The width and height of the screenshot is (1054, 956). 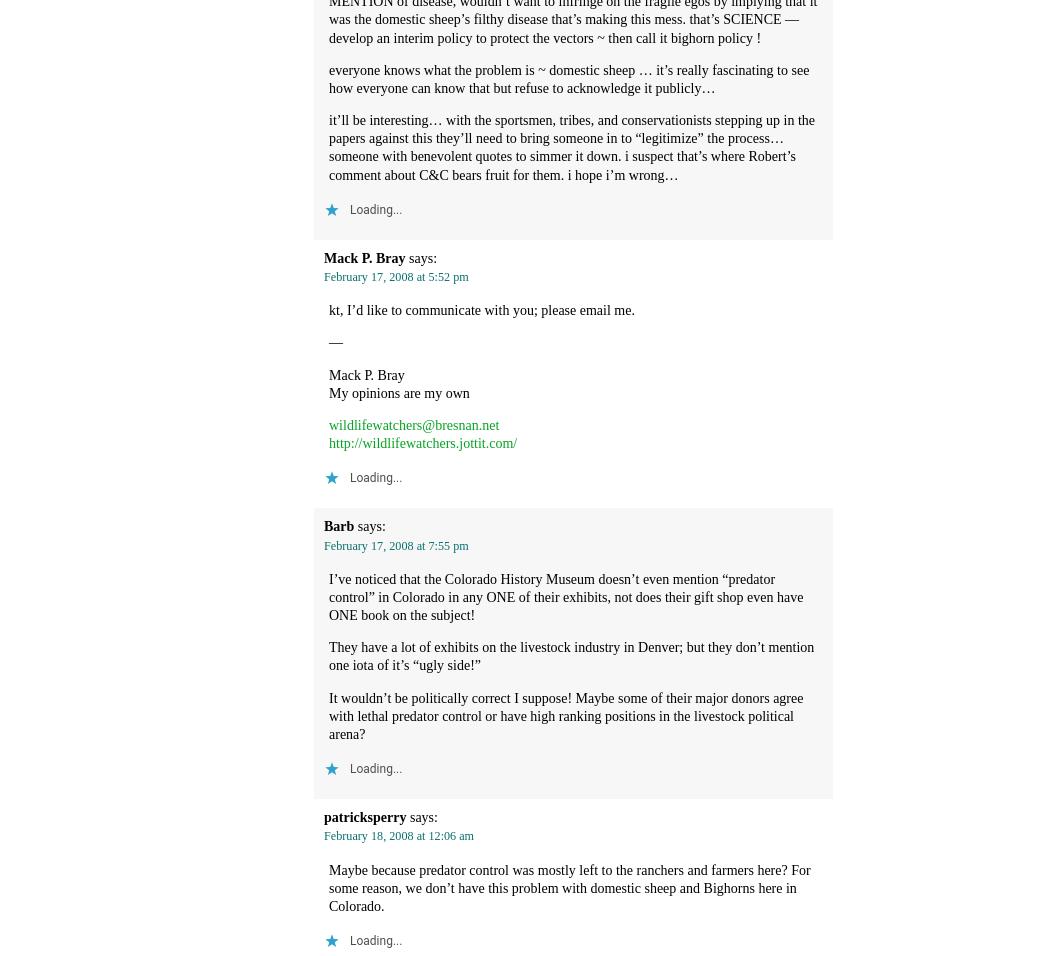 What do you see at coordinates (571, 656) in the screenshot?
I see `'They have a lot of exhibits on the livestock industry in Denver; but they don’t mention one iota of it’s “ugly side!”'` at bounding box center [571, 656].